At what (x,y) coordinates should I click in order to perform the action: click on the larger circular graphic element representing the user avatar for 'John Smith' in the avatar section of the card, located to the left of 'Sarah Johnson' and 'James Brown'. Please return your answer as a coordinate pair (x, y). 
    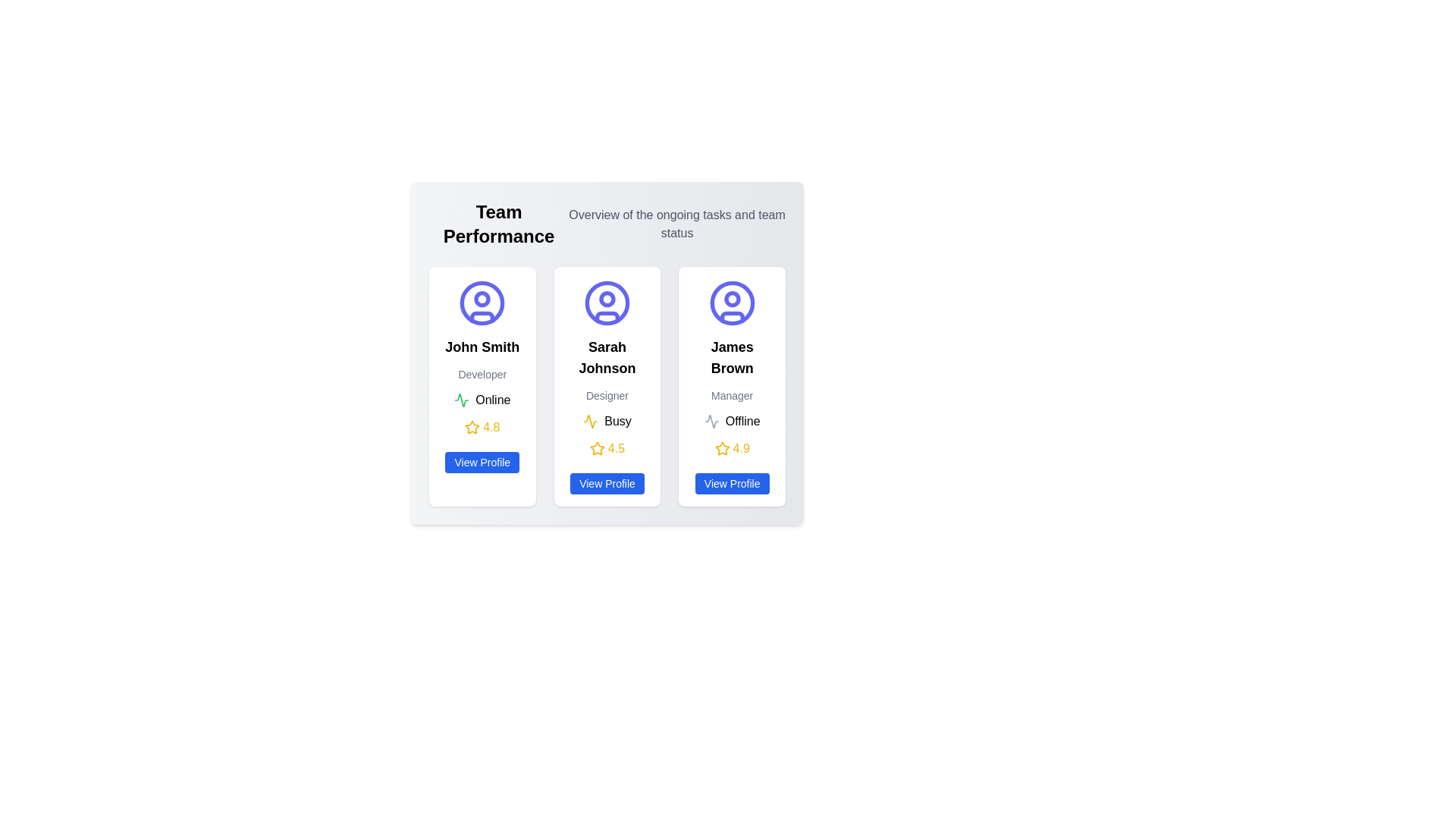
    Looking at the image, I should click on (482, 303).